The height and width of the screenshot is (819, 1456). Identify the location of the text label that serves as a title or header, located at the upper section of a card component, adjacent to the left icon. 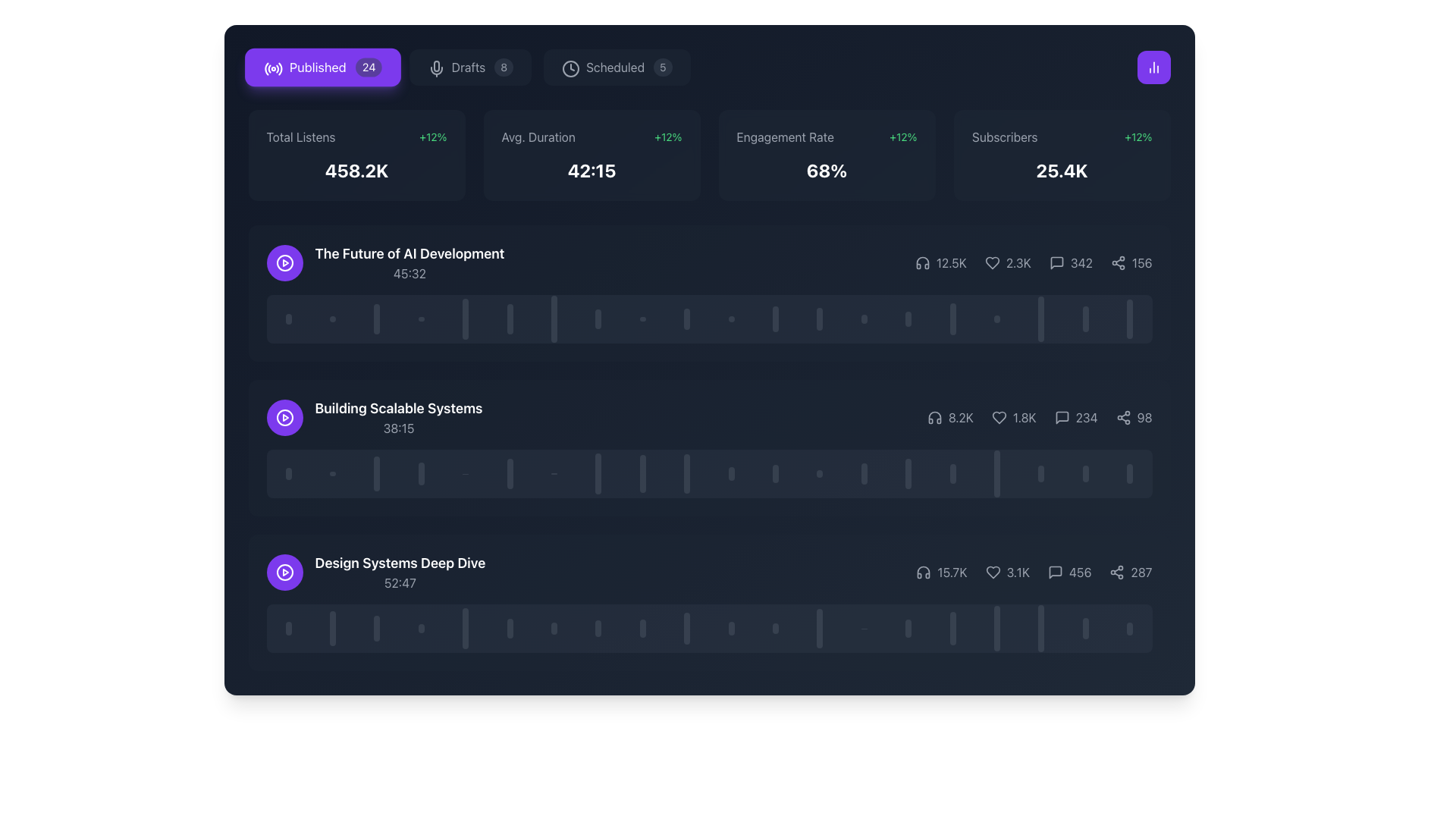
(409, 253).